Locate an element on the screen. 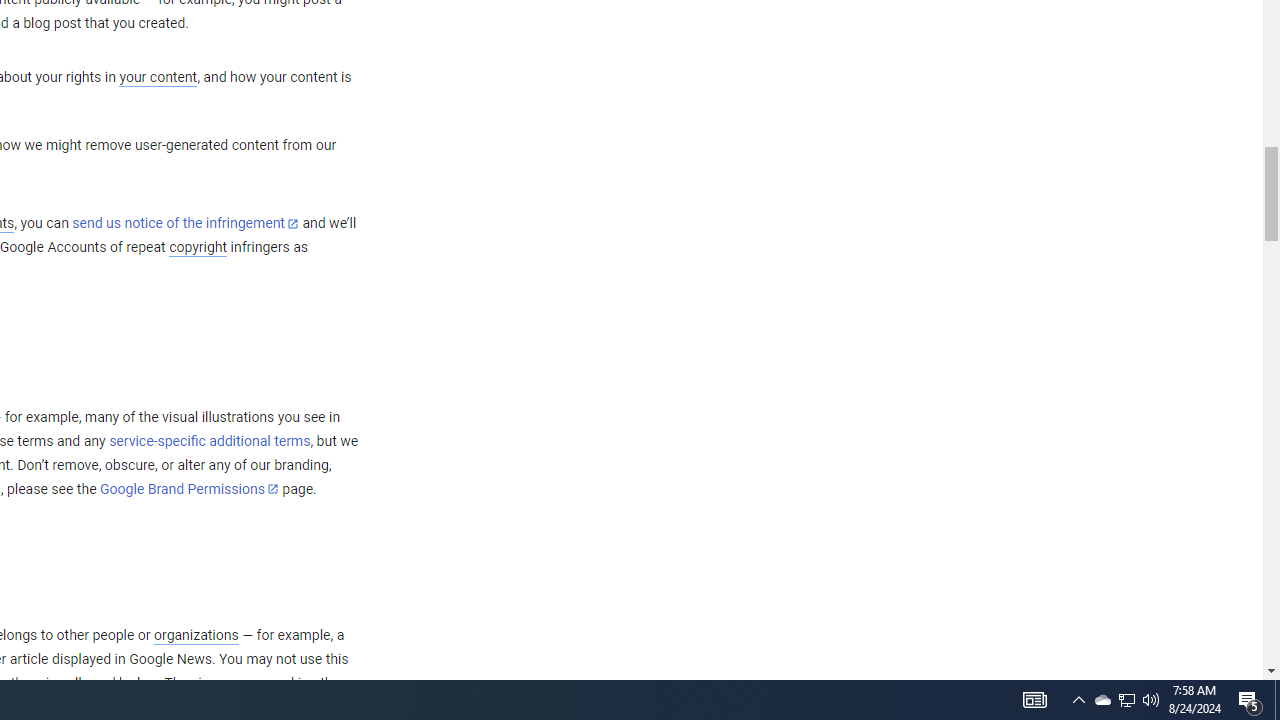  'organizations' is located at coordinates (196, 635).